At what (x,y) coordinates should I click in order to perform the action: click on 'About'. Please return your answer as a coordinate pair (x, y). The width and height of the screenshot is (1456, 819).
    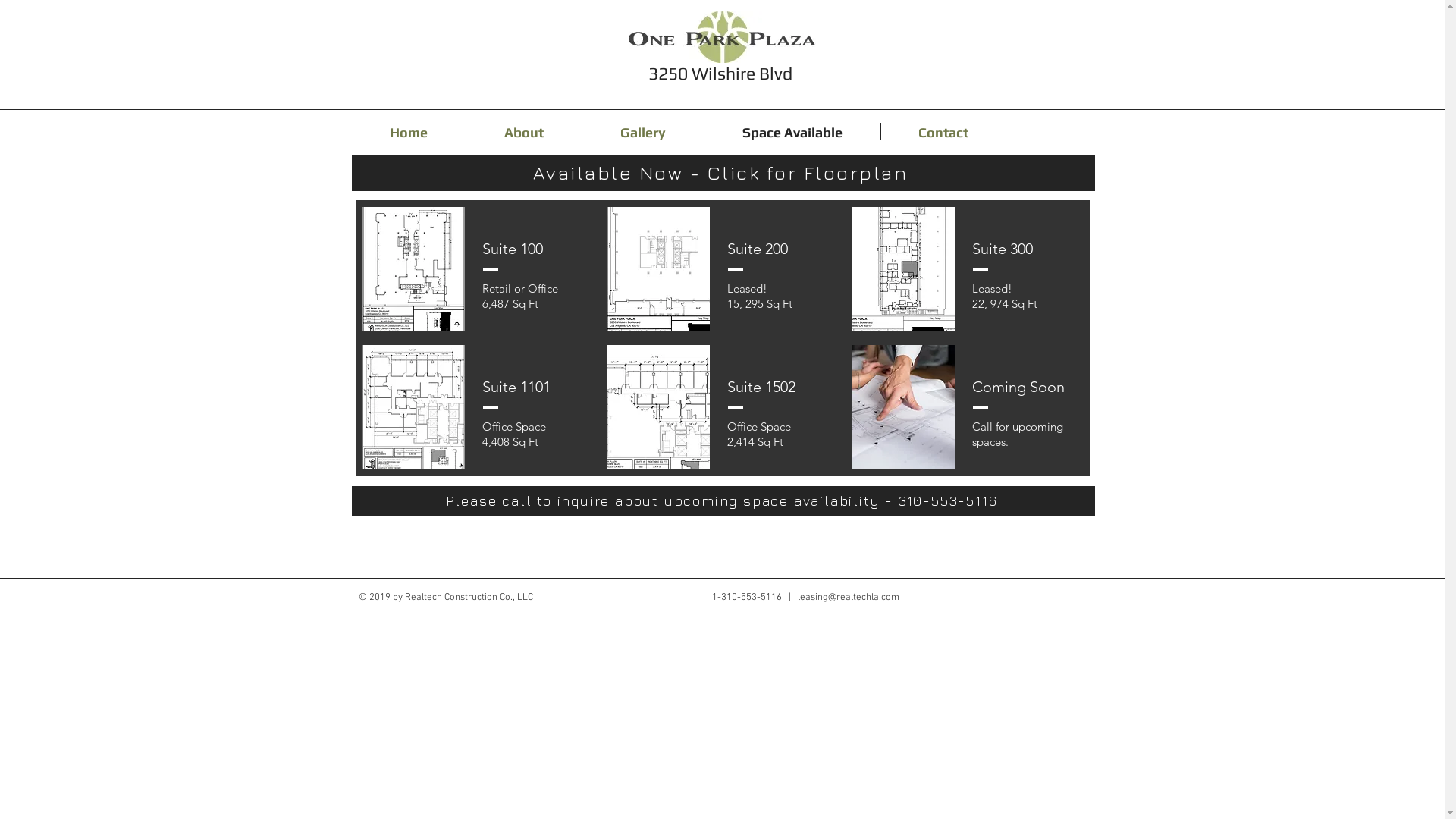
    Looking at the image, I should click on (465, 130).